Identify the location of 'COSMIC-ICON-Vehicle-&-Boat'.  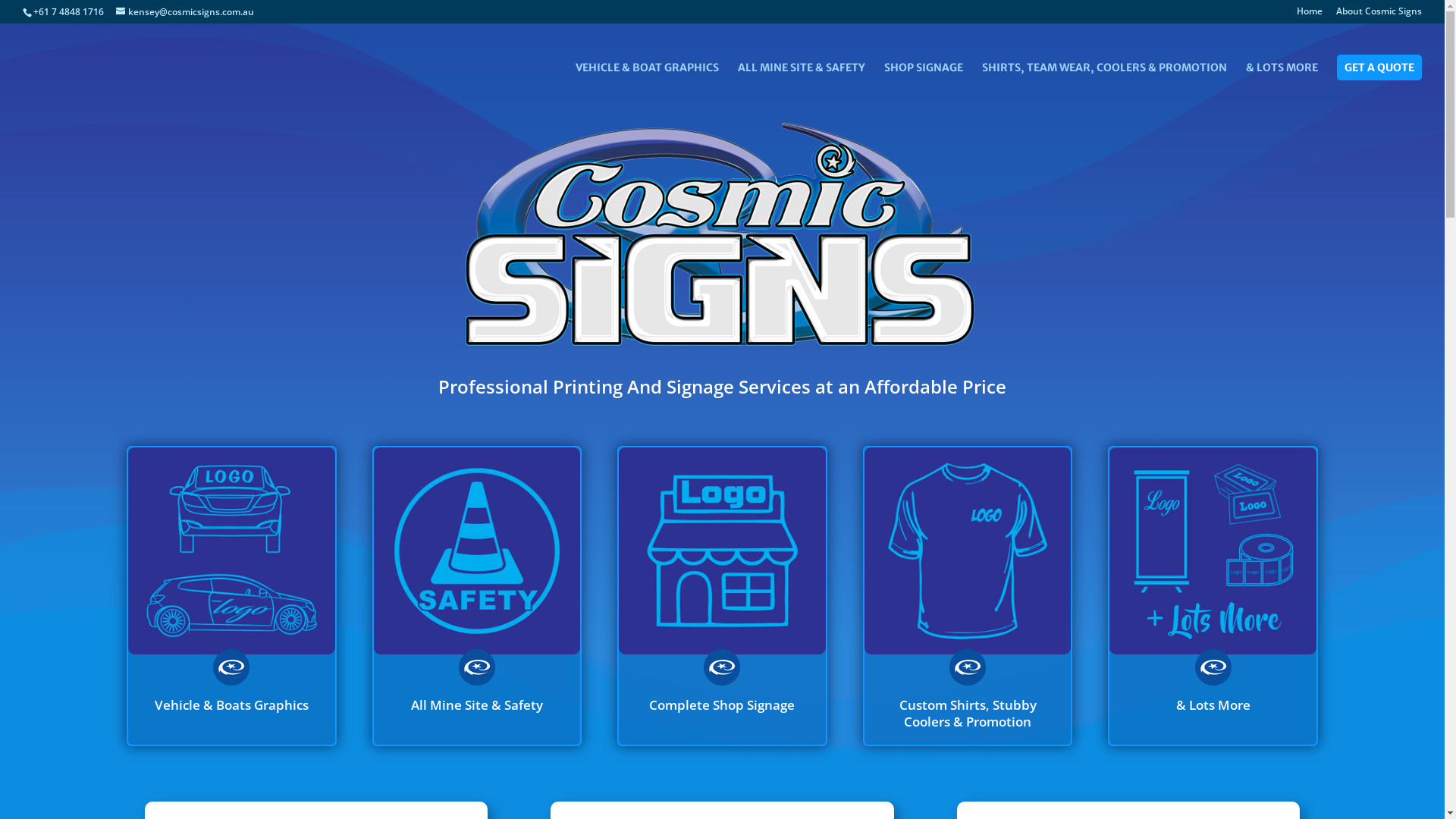
(231, 550).